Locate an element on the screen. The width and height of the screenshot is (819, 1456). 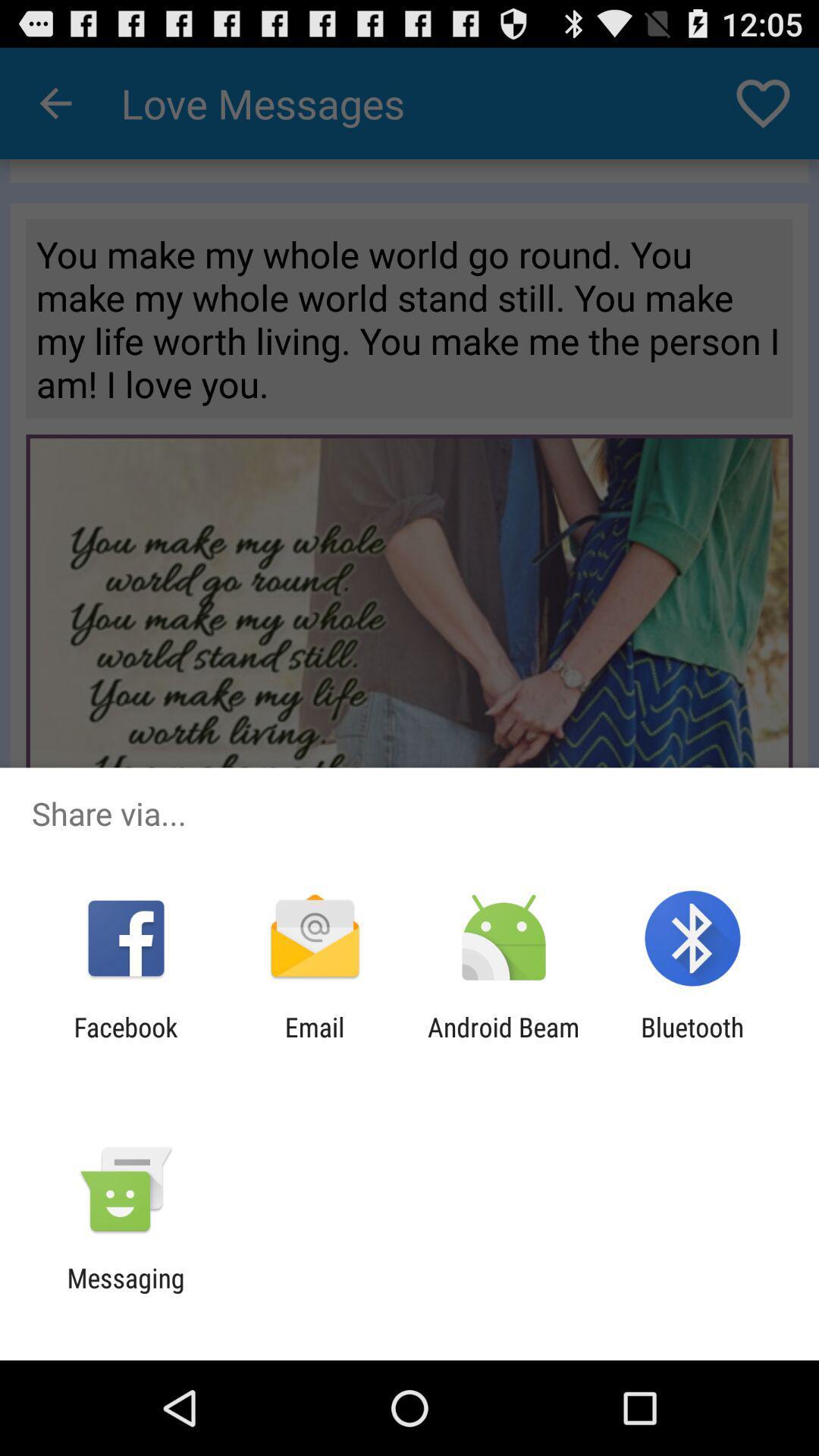
app to the left of the email icon is located at coordinates (125, 1042).